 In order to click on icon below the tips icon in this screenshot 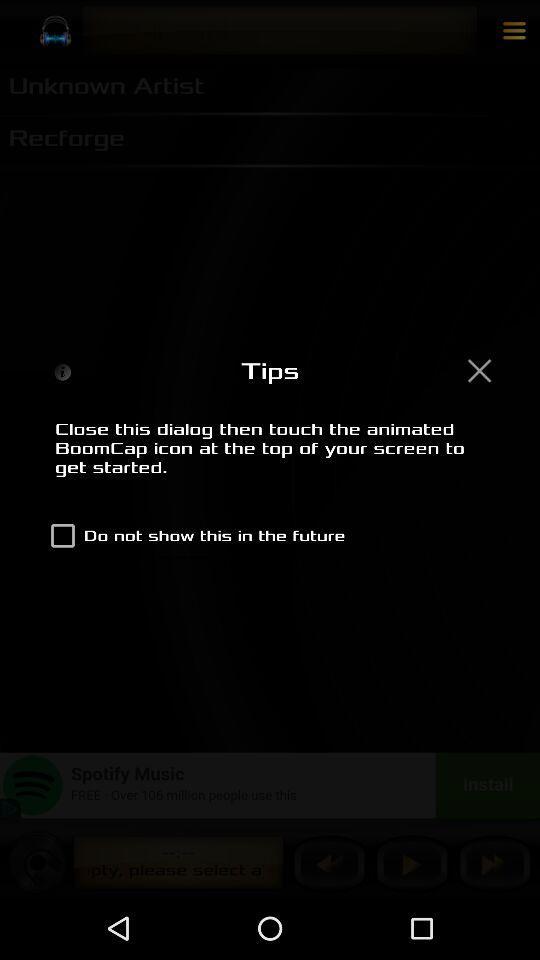, I will do `click(270, 459)`.